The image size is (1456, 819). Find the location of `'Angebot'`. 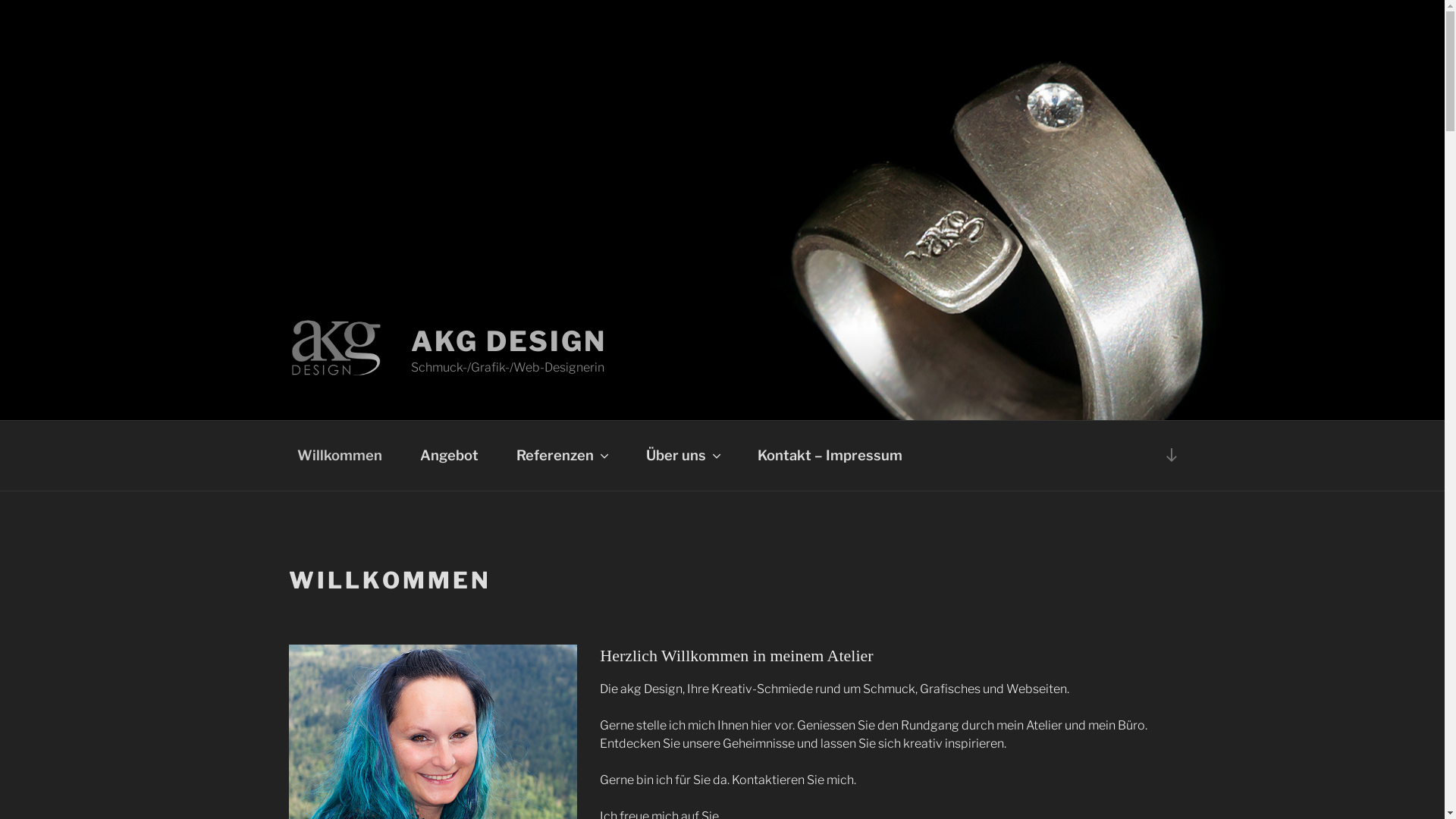

'Angebot' is located at coordinates (403, 455).